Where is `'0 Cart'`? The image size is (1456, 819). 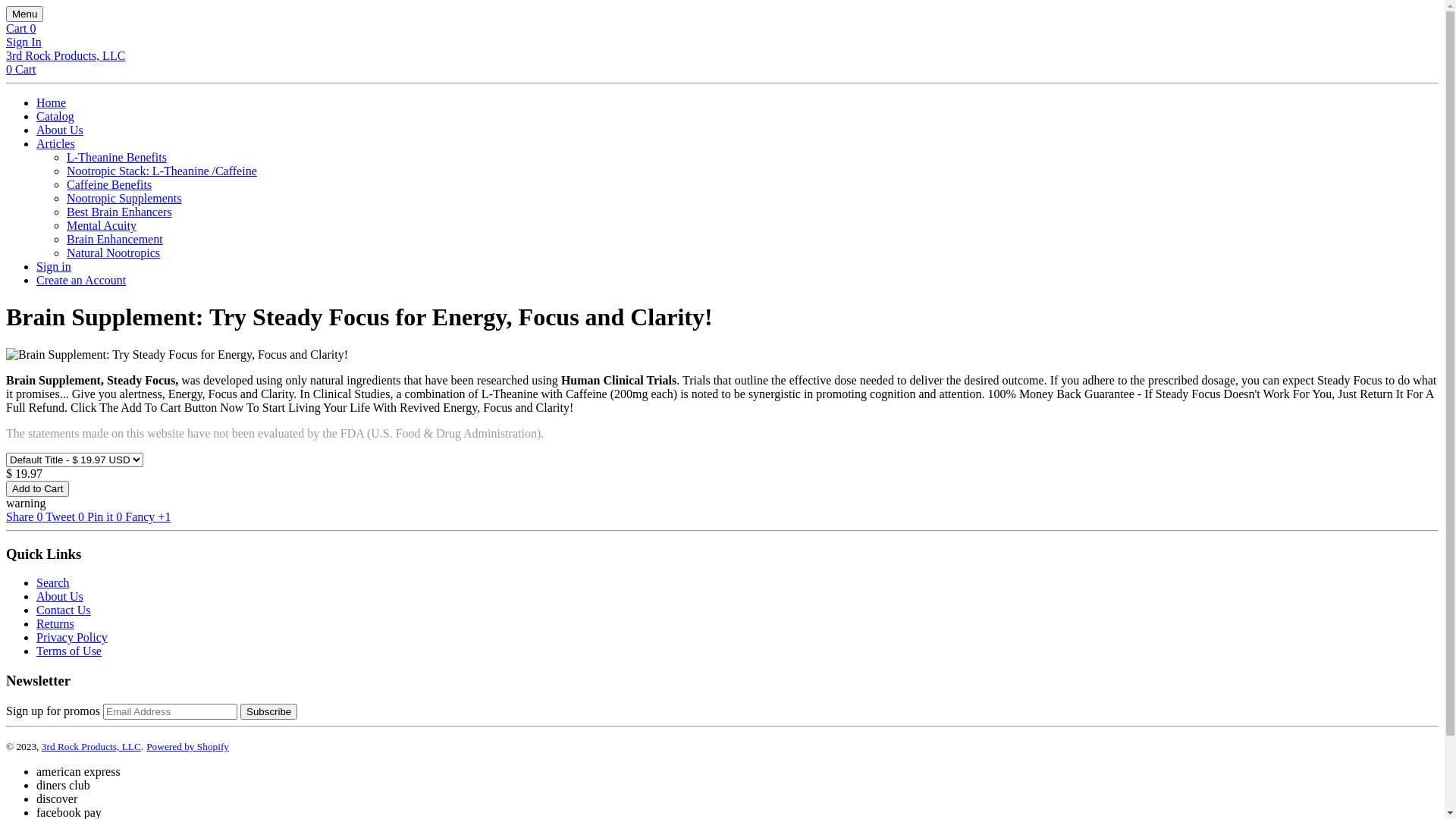 '0 Cart' is located at coordinates (21, 69).